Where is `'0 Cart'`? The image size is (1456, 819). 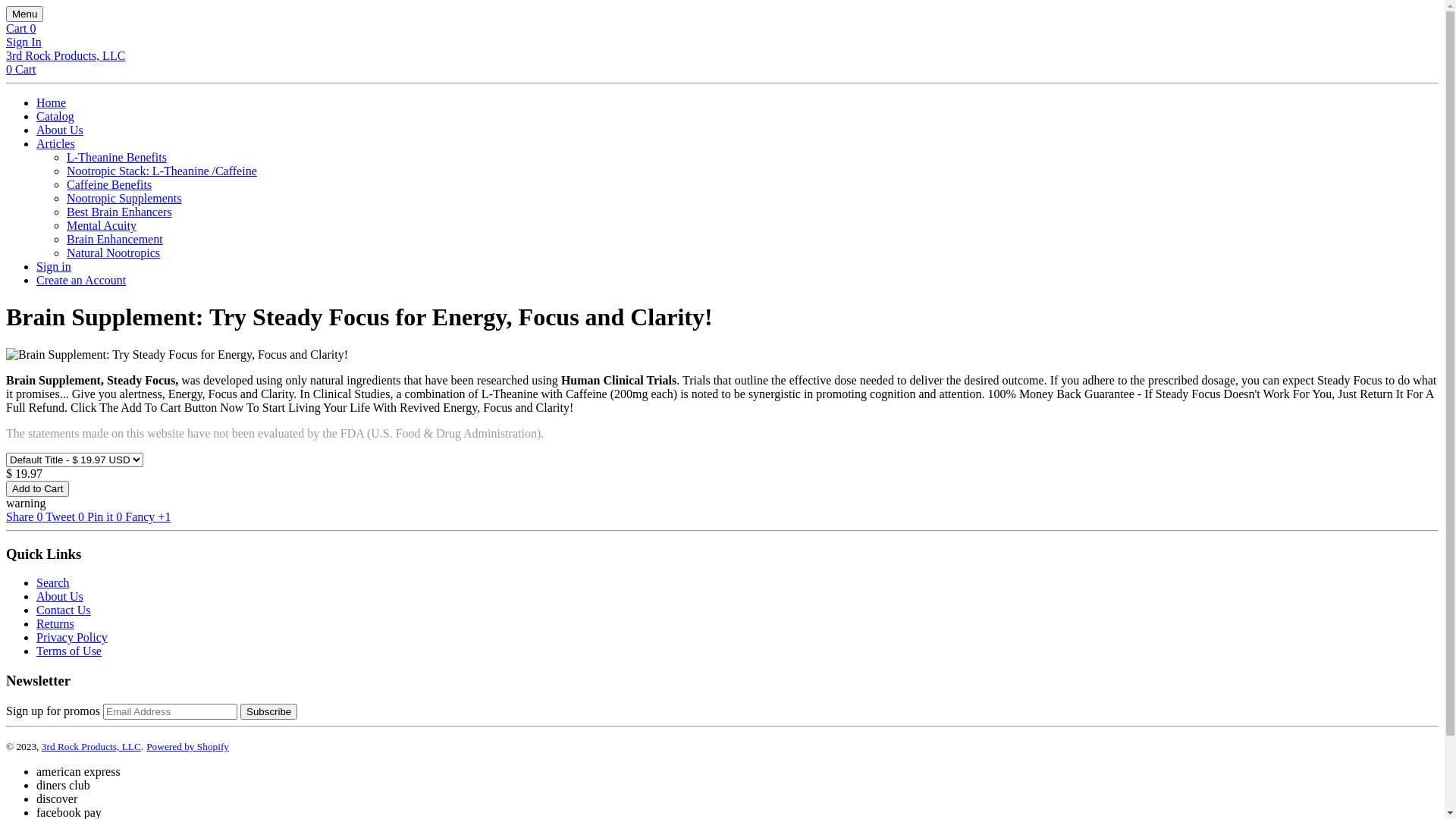 '0 Cart' is located at coordinates (21, 69).